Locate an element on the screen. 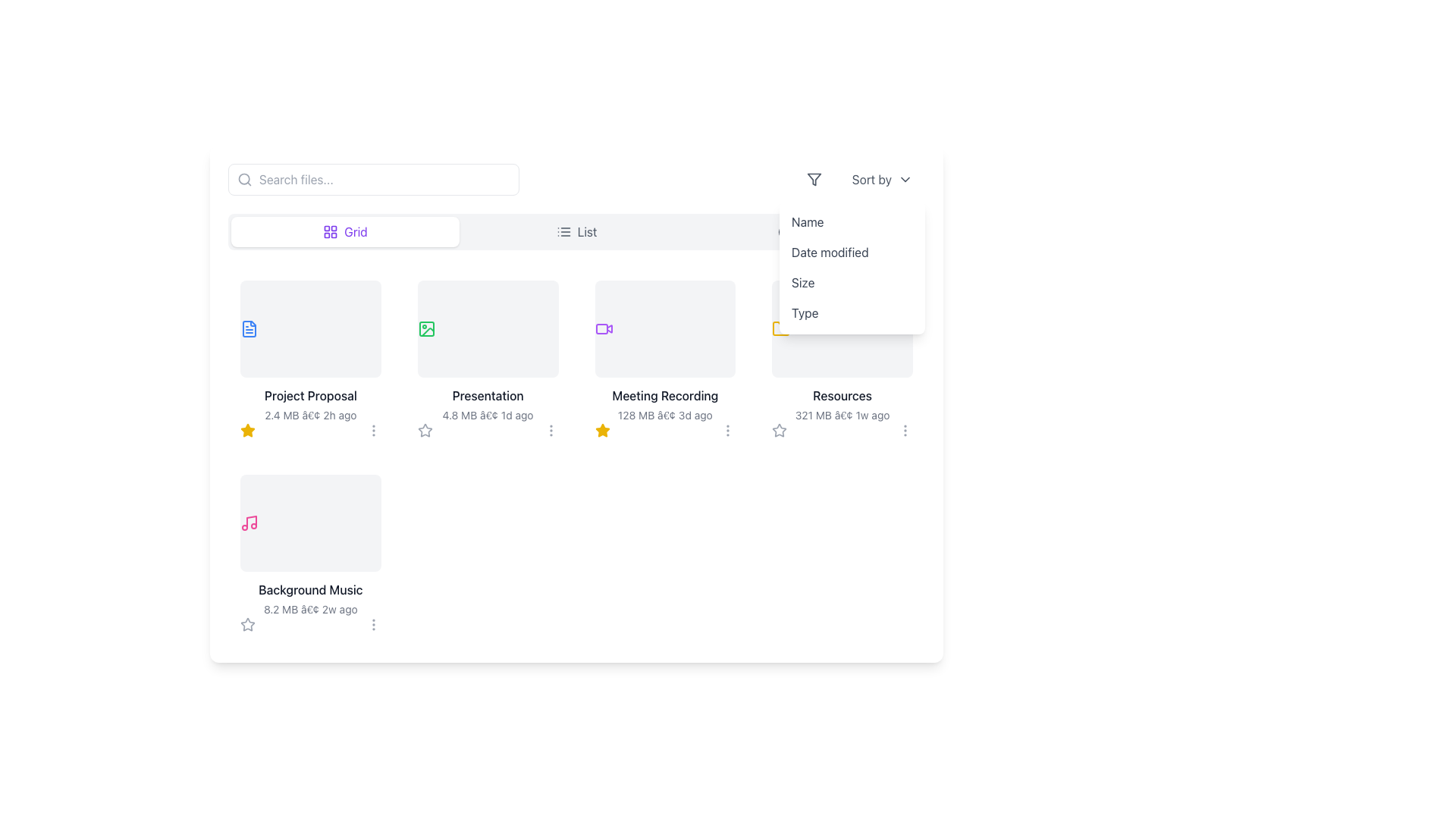 This screenshot has width=1456, height=819. the small triangular filter icon with a gray outline located to the left of the 'Sort by' text in the sorting options section at the top-right of the interface to interact with sorting options is located at coordinates (813, 178).